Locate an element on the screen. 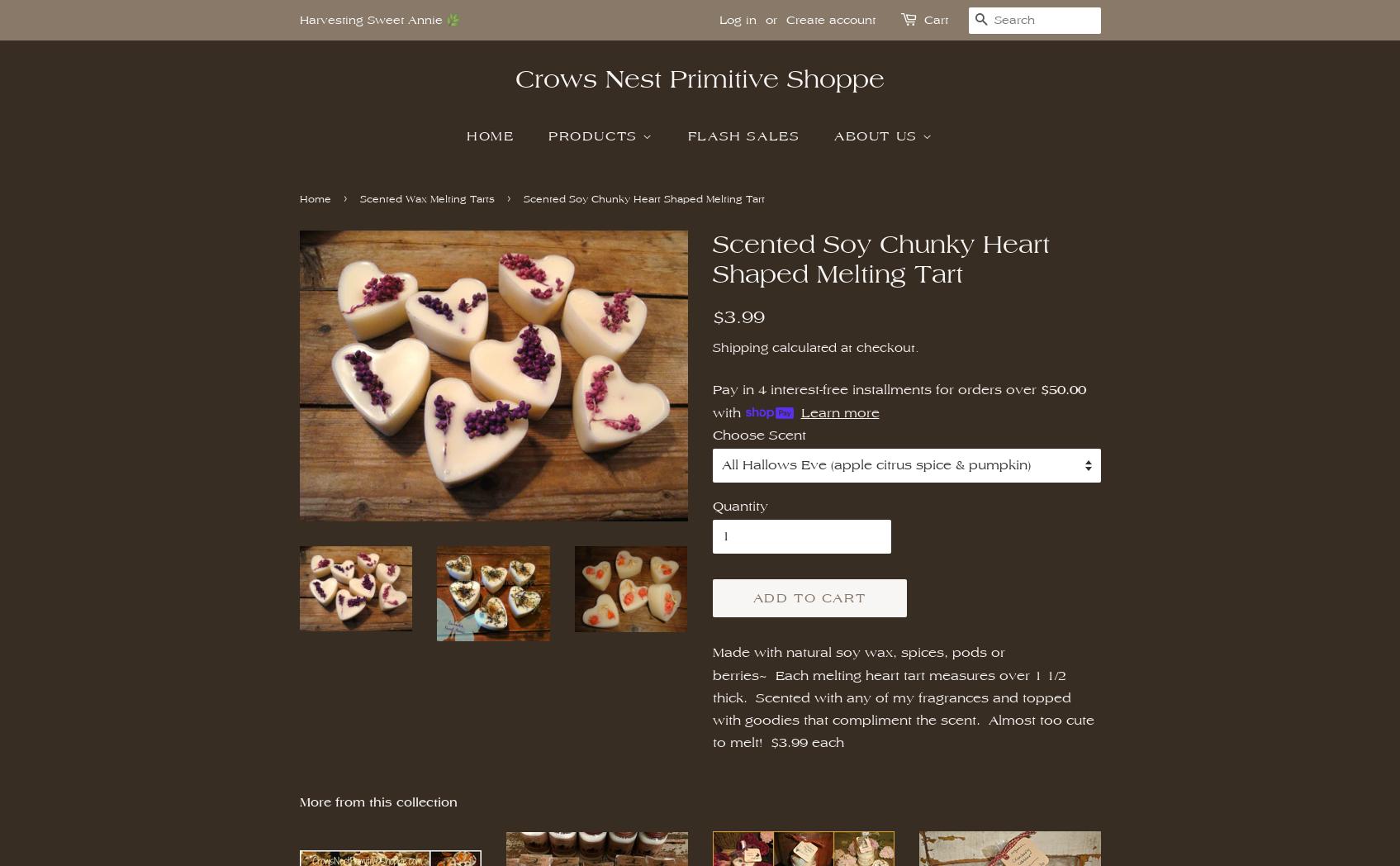 The height and width of the screenshot is (866, 1400). 'Almost too cute to melt!  $3.99 each' is located at coordinates (902, 730).